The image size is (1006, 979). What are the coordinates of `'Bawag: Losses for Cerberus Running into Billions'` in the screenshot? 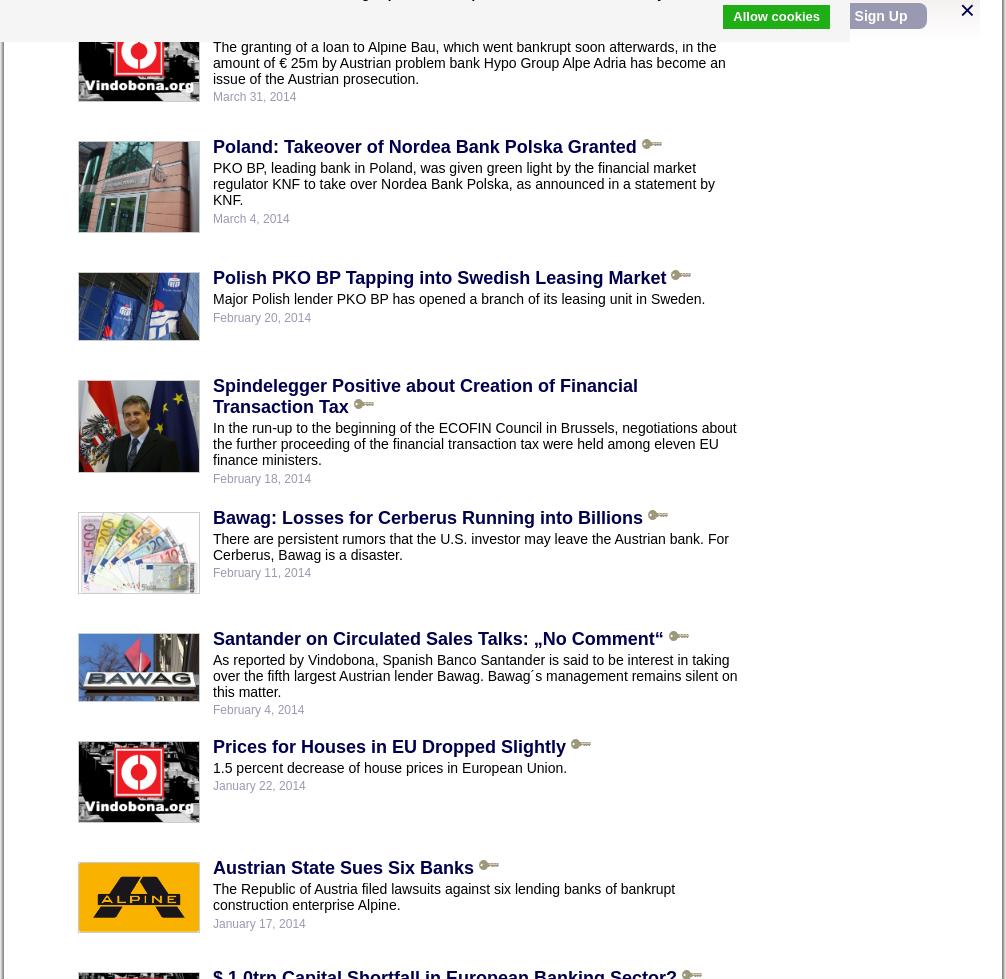 It's located at (426, 516).